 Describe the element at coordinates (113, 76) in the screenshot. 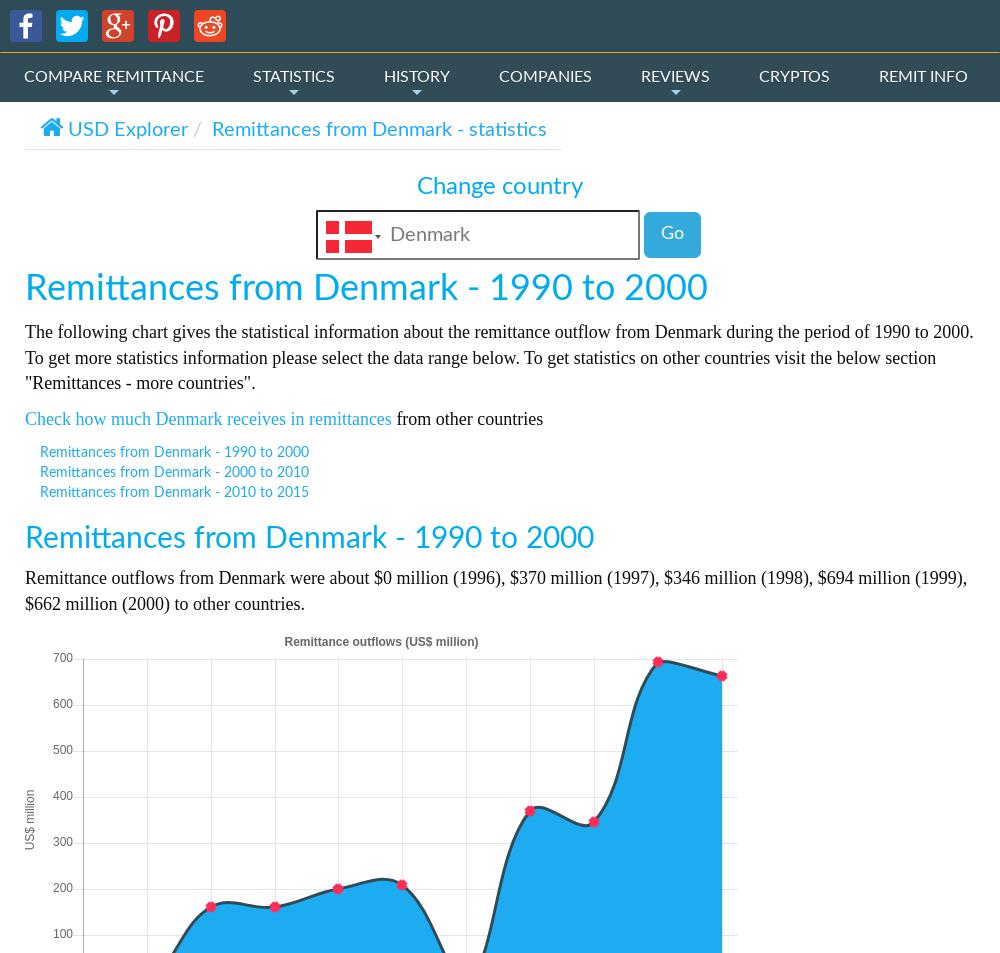

I see `'COMPARE REMITTANCE'` at that location.